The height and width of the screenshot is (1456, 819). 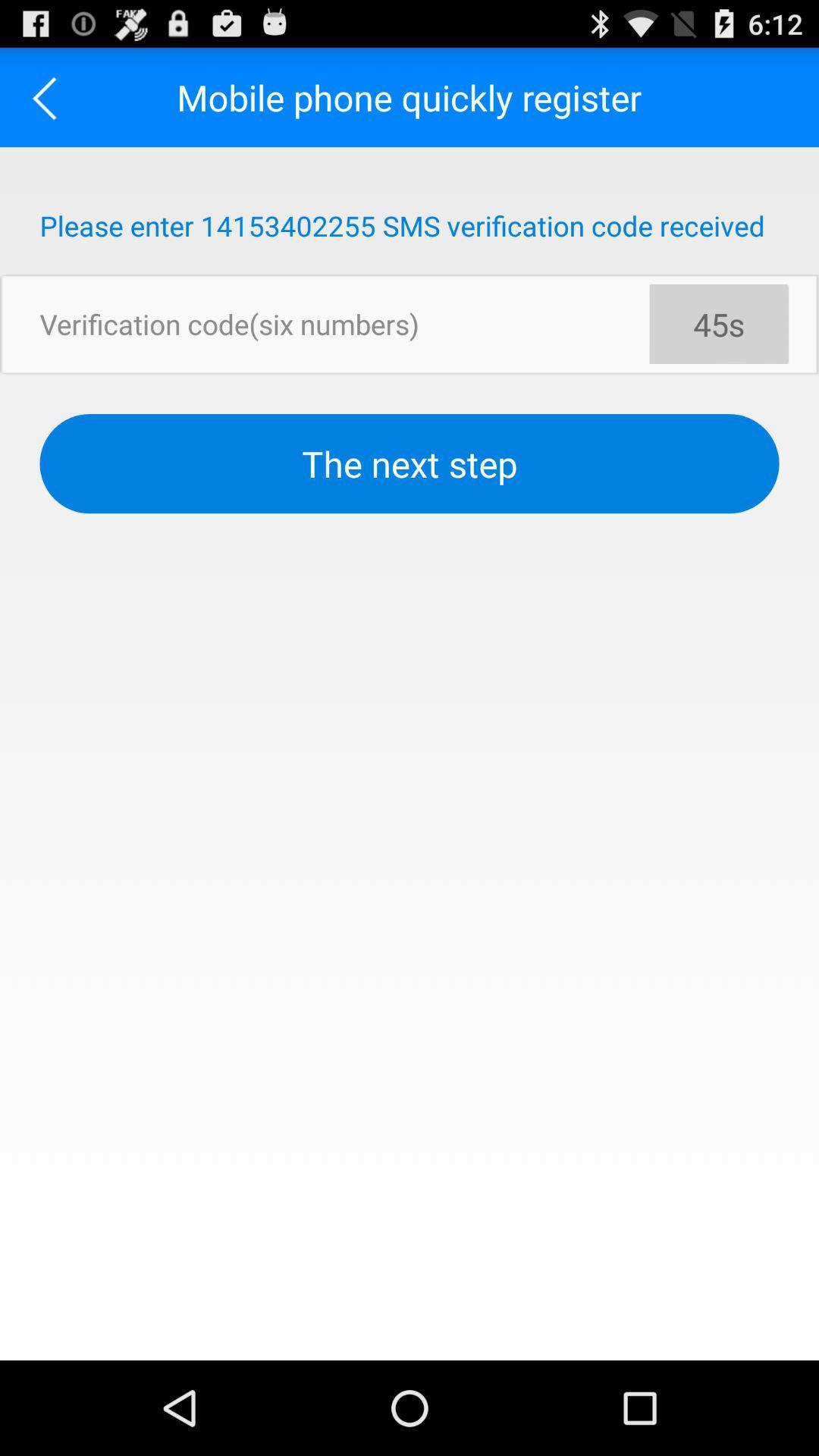 I want to click on go back, so click(x=49, y=96).